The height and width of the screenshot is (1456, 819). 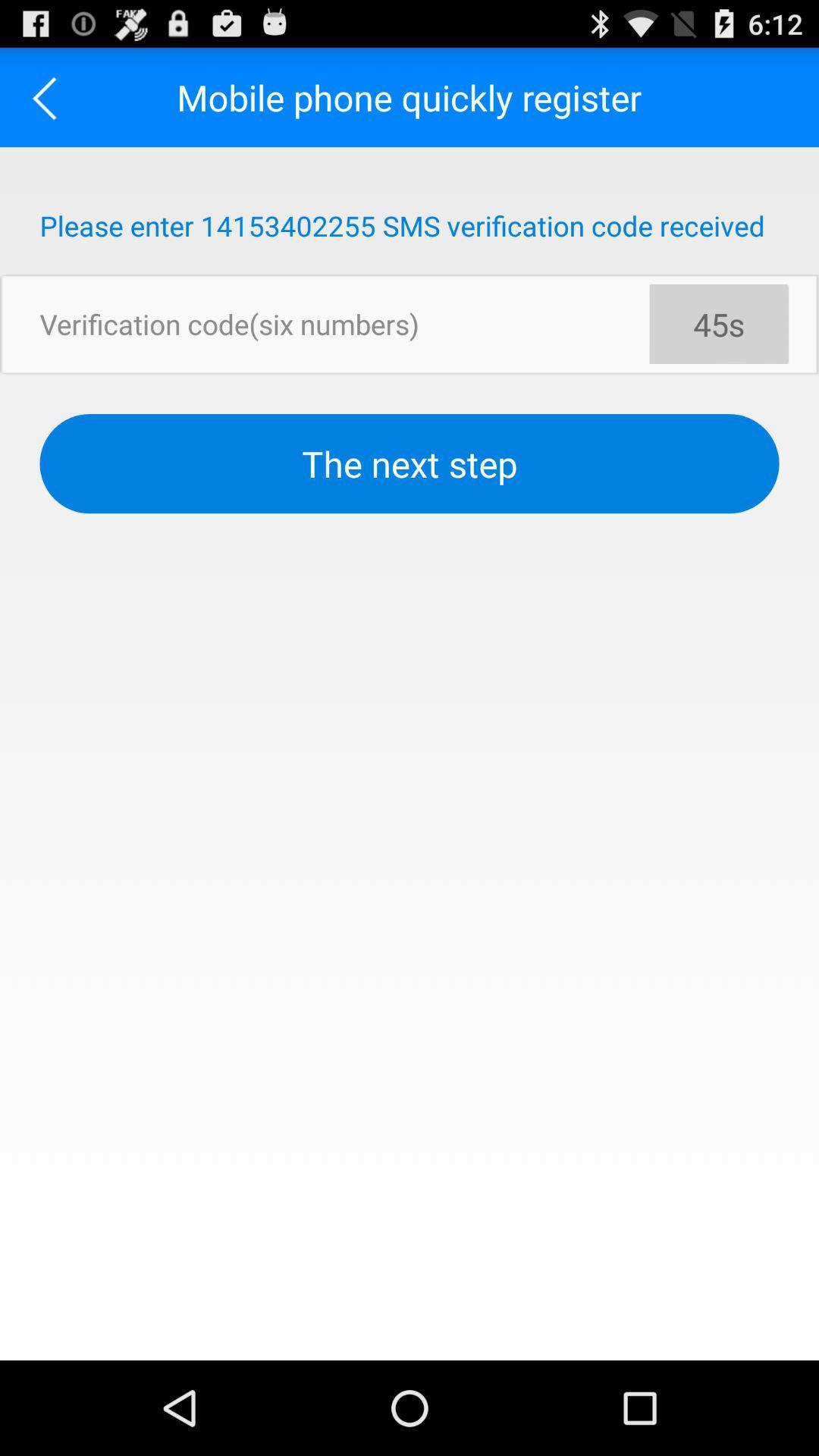 I want to click on go back, so click(x=49, y=96).